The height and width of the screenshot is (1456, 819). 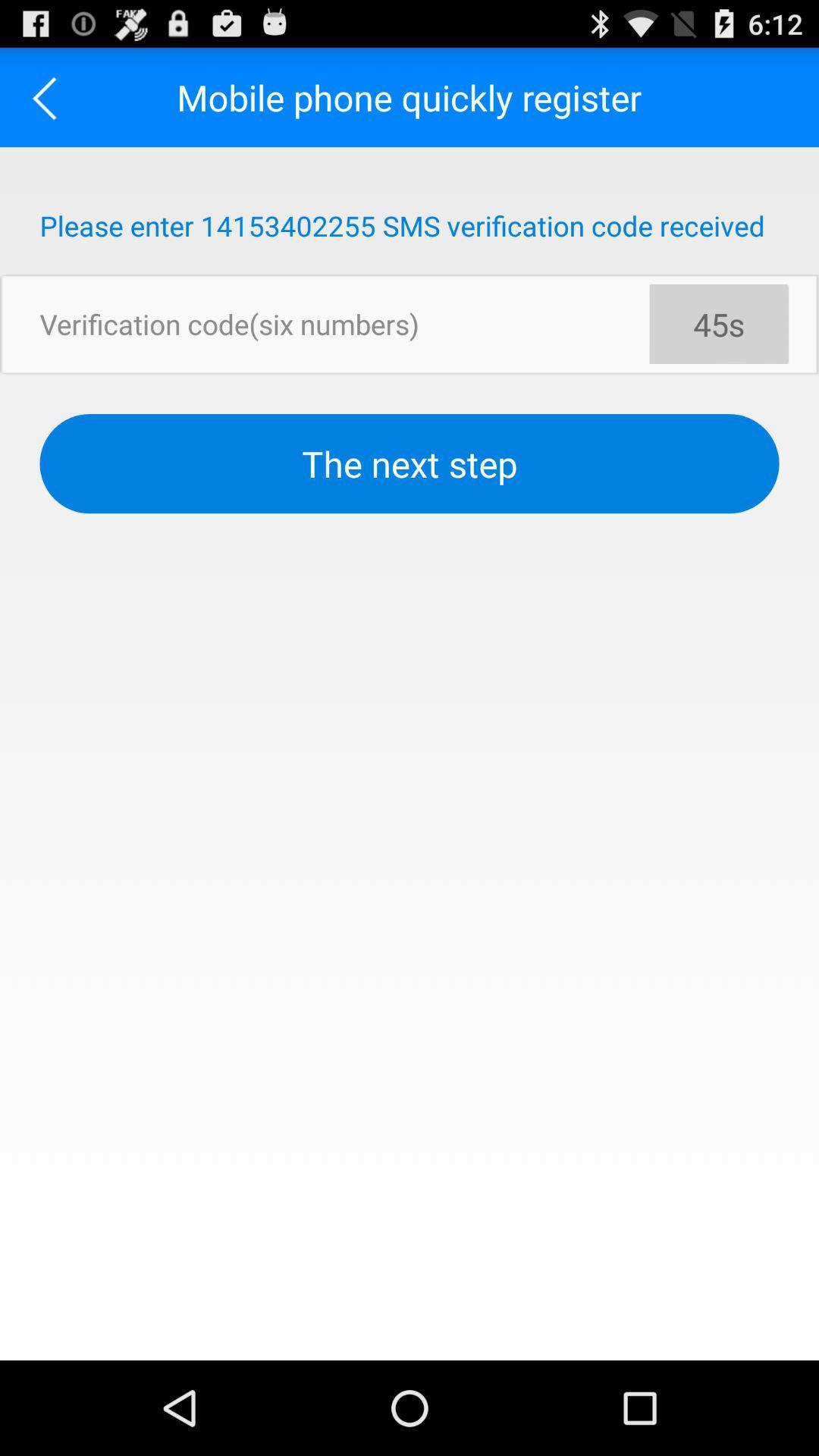 I want to click on go back, so click(x=49, y=96).